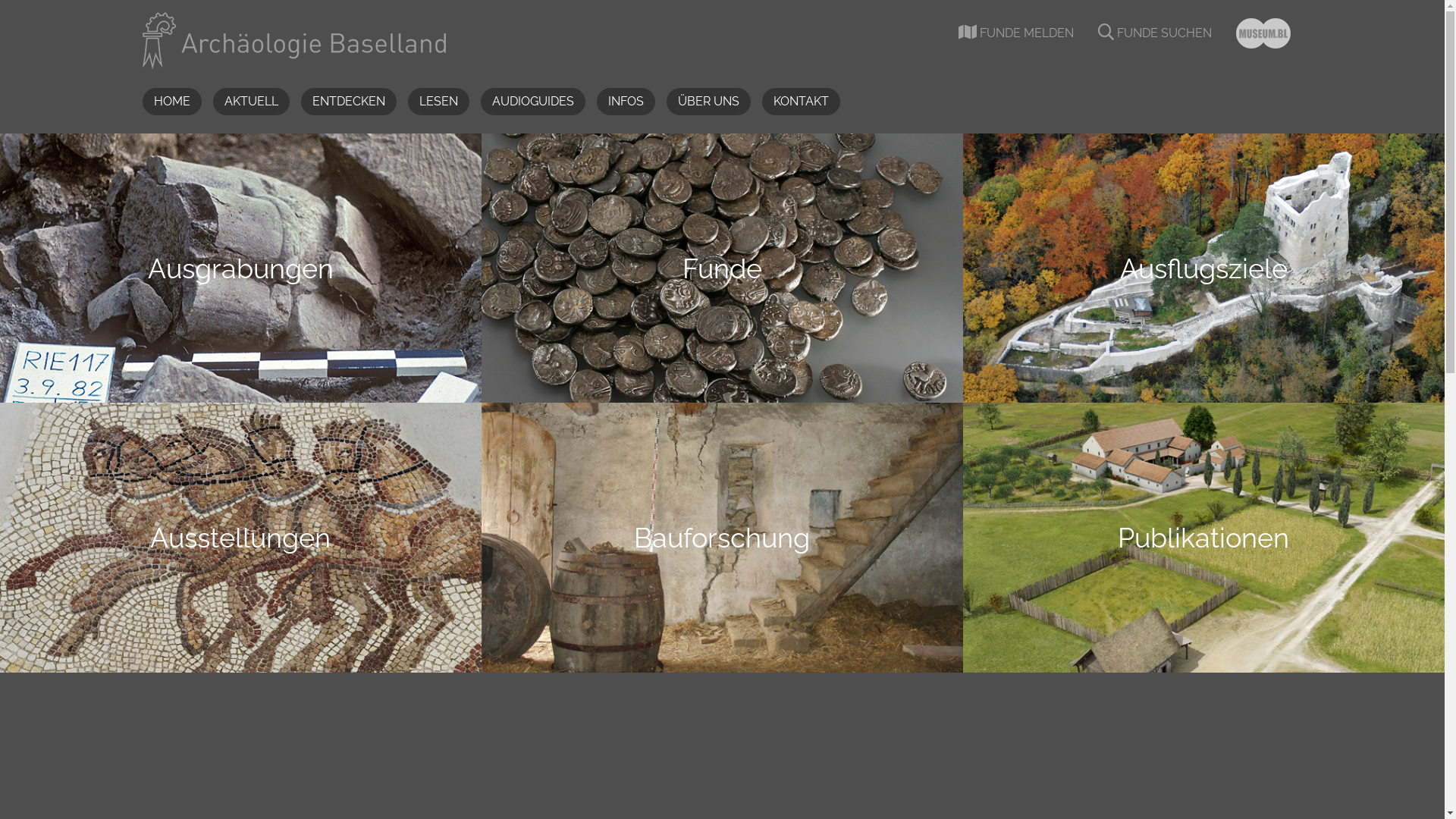  What do you see at coordinates (721, 267) in the screenshot?
I see `'Funde'` at bounding box center [721, 267].